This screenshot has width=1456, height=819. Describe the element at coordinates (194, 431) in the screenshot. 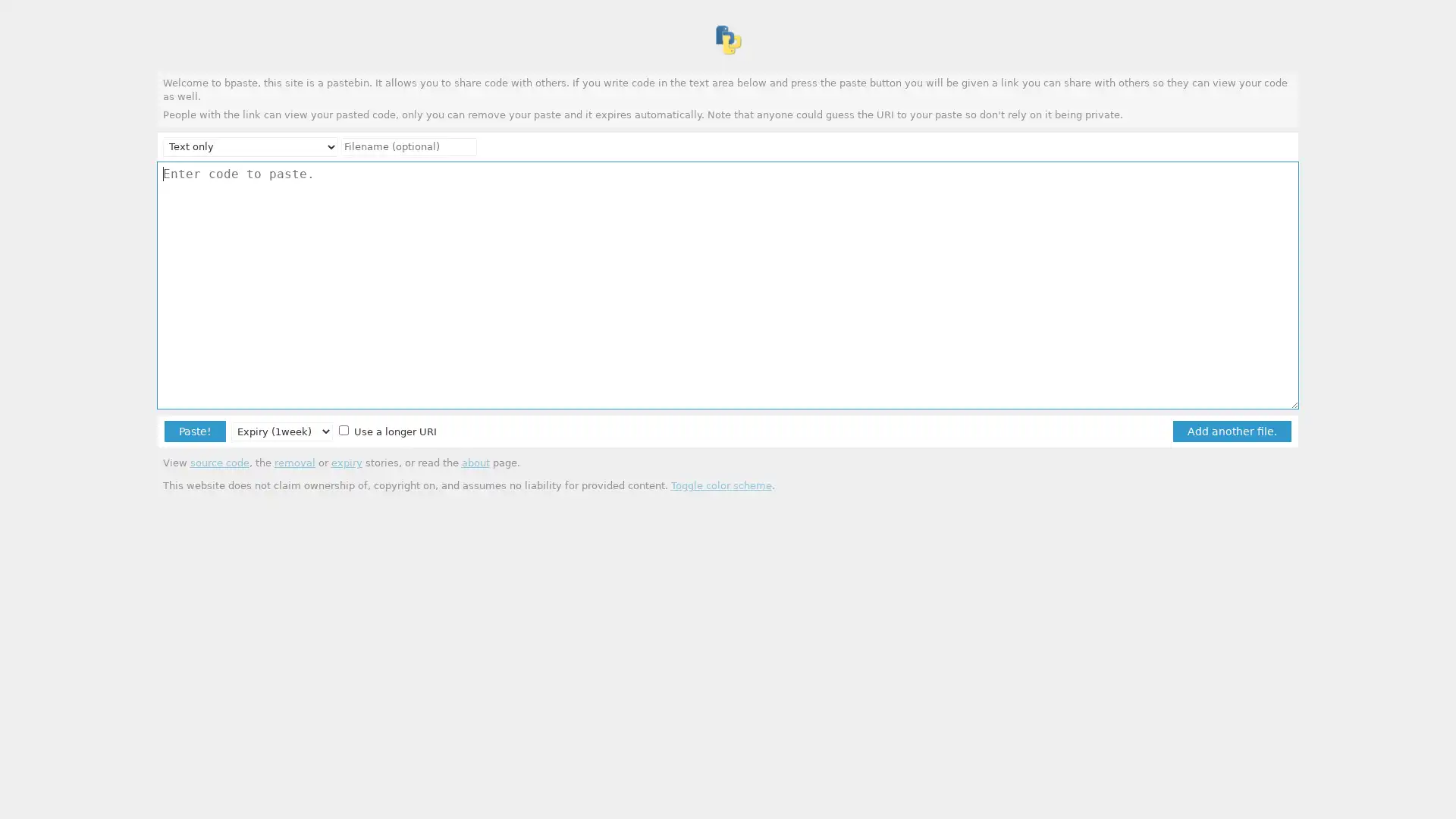

I see `Paste!` at that location.